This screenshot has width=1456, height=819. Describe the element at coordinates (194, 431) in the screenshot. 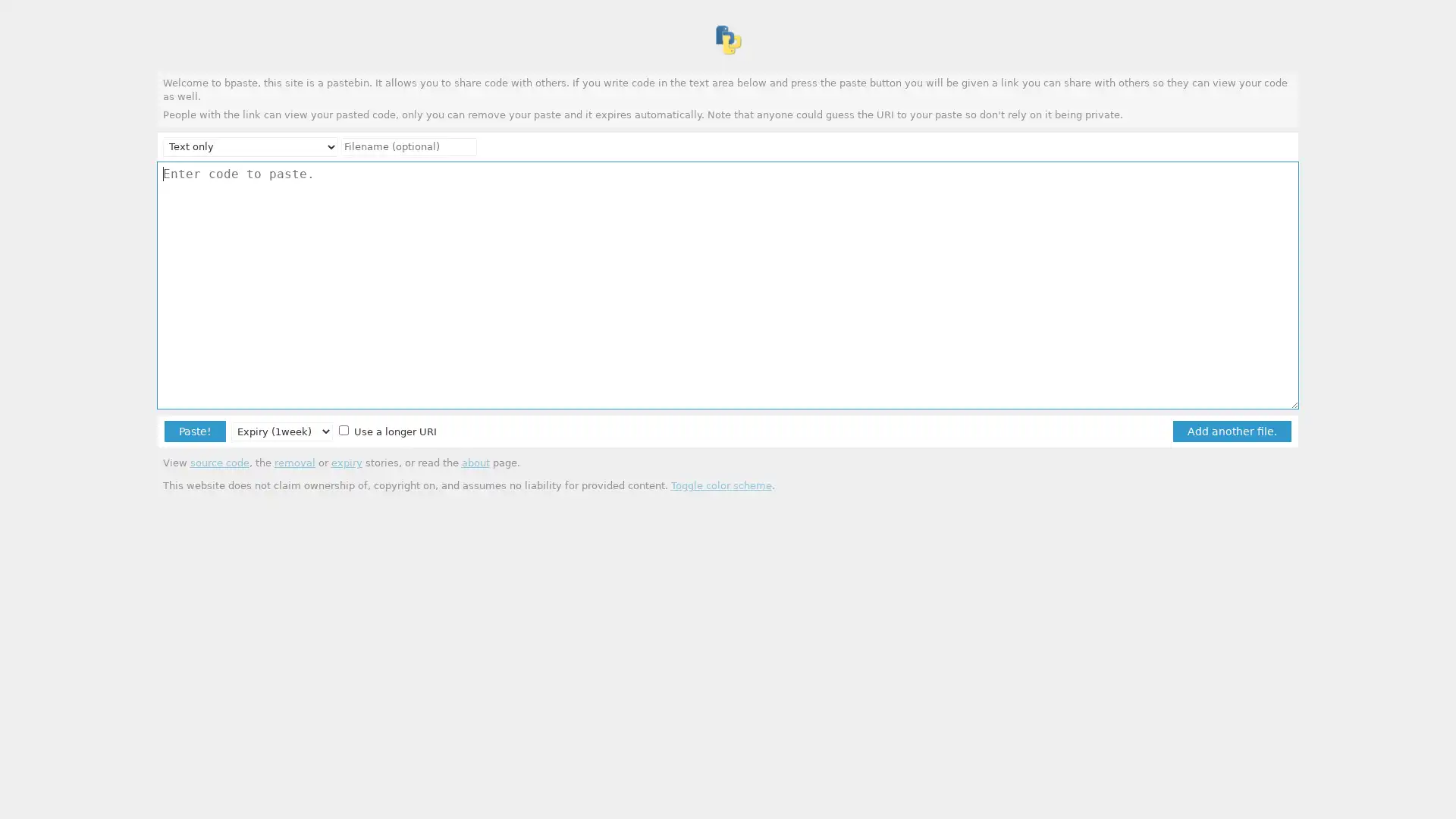

I see `Paste!` at that location.